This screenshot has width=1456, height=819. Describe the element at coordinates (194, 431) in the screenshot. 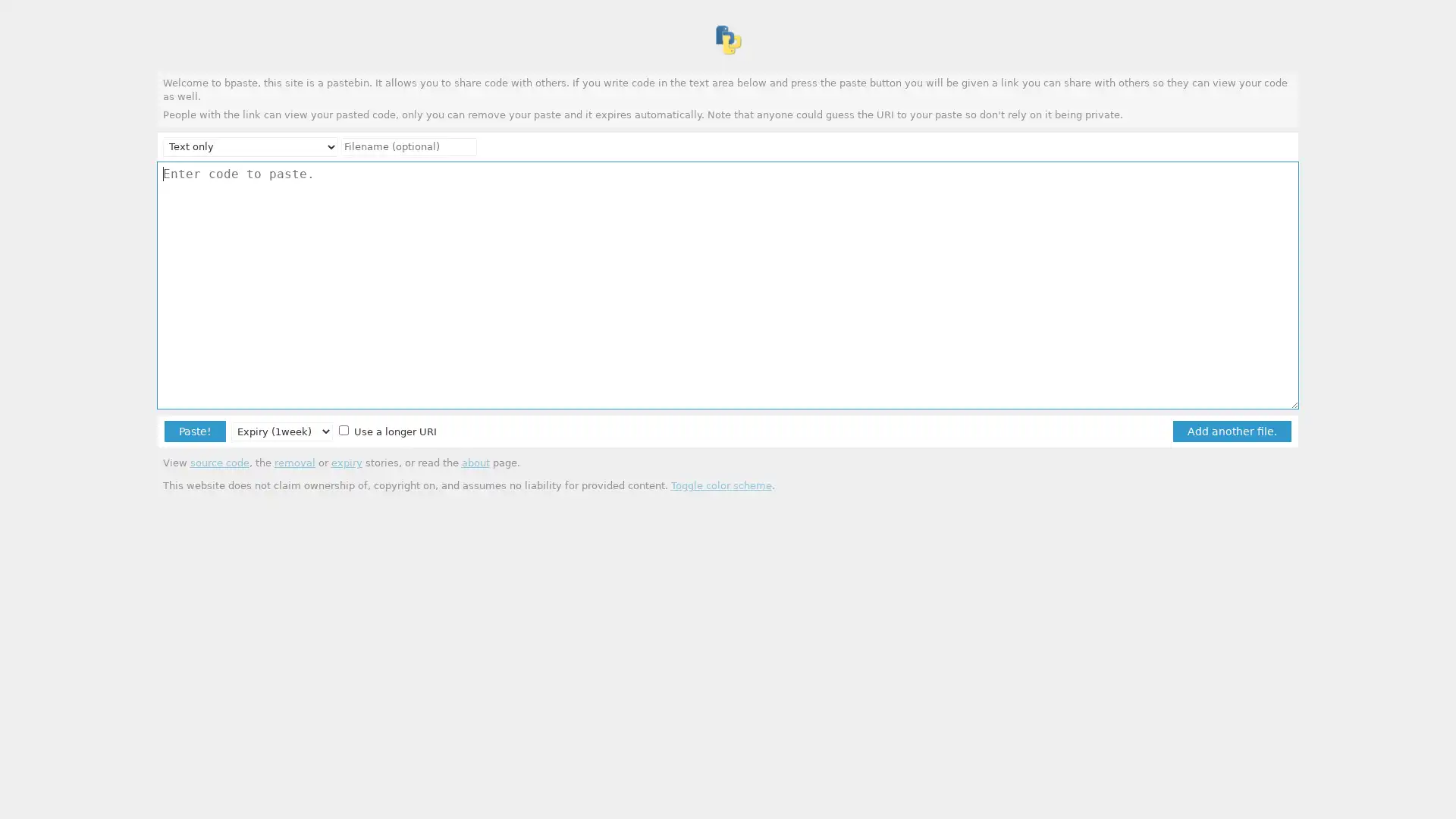

I see `Paste!` at that location.